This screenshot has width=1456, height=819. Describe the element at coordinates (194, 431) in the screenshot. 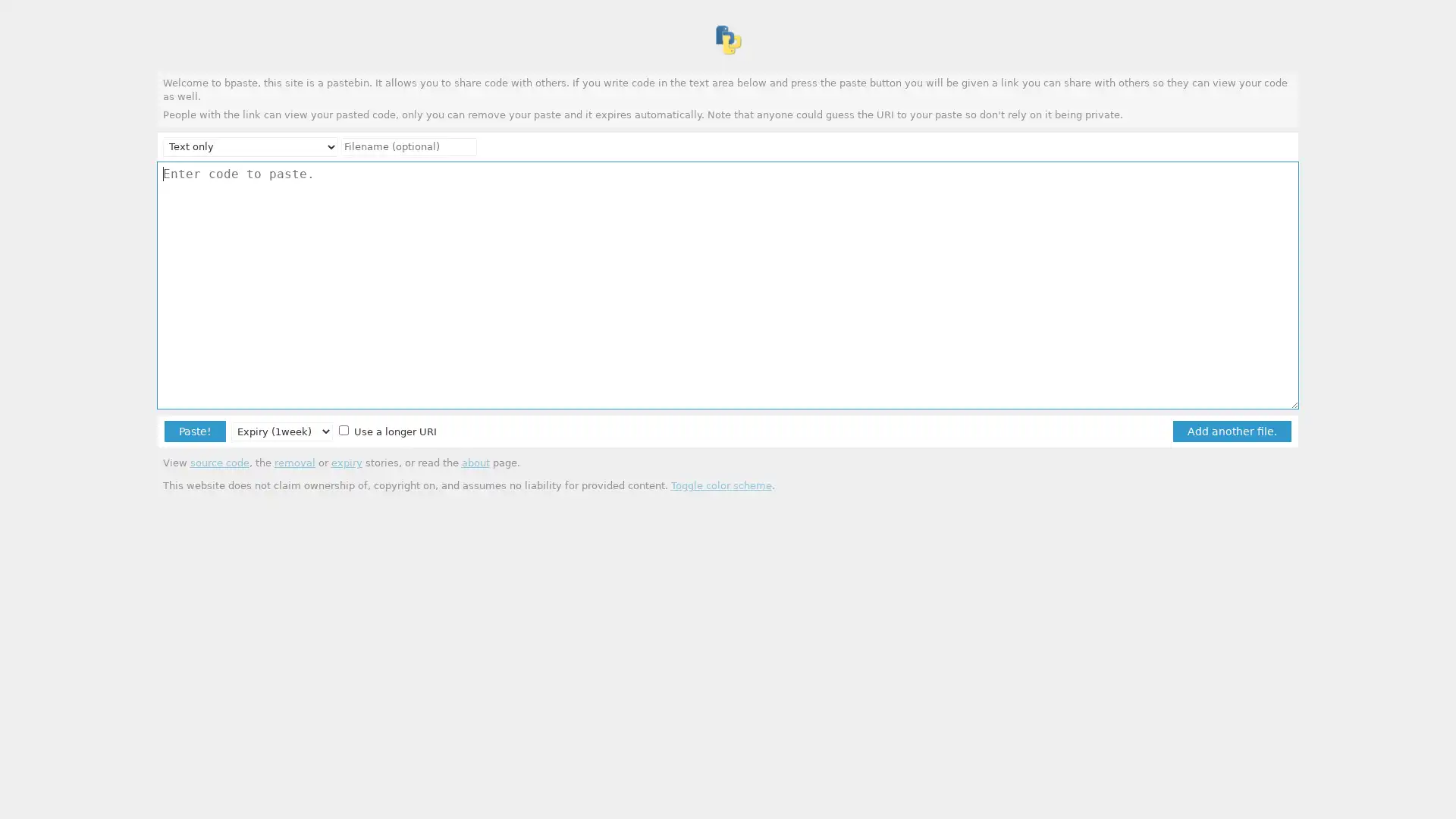

I see `Paste!` at that location.